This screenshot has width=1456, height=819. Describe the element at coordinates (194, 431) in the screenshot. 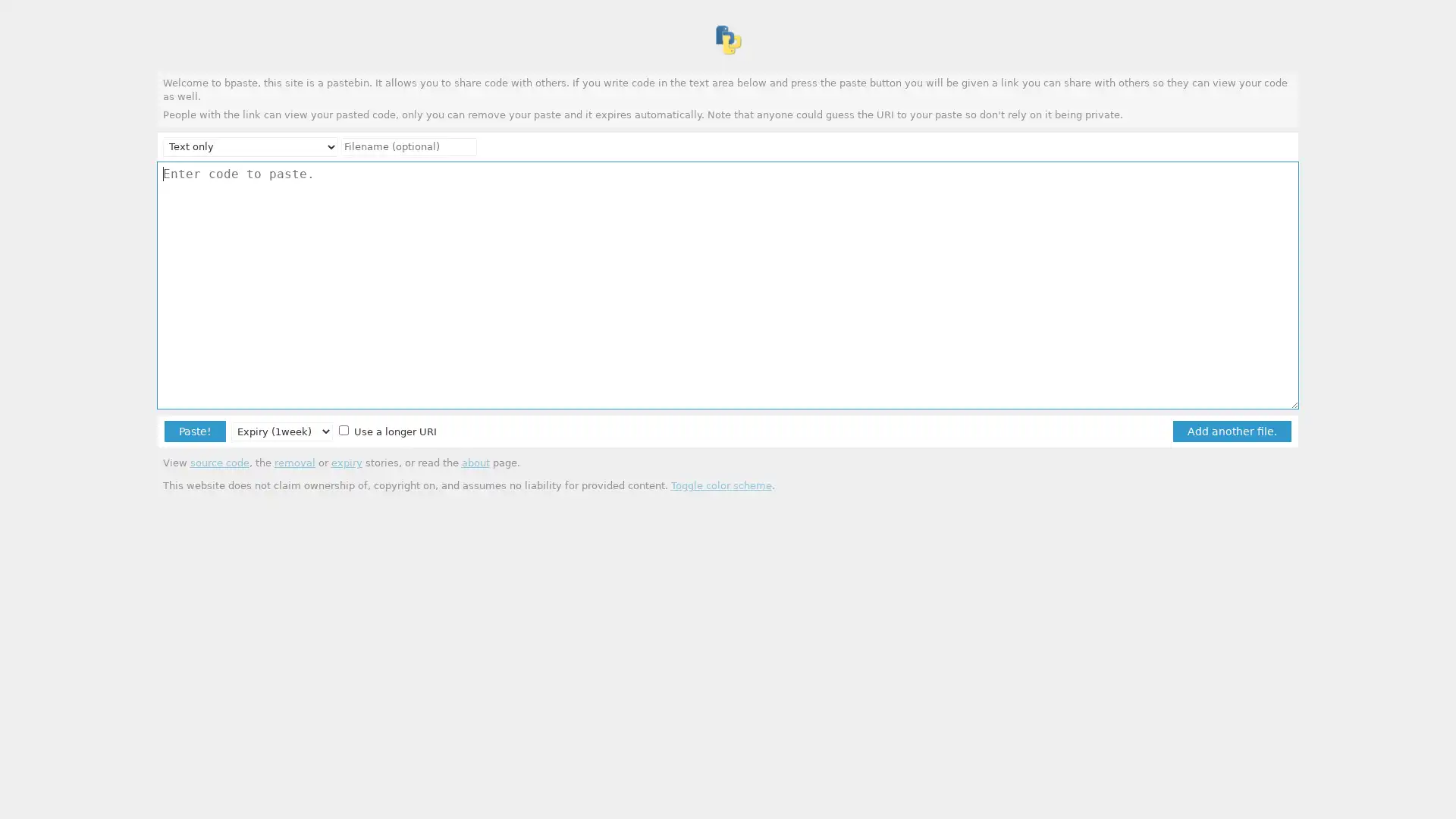

I see `Paste!` at that location.